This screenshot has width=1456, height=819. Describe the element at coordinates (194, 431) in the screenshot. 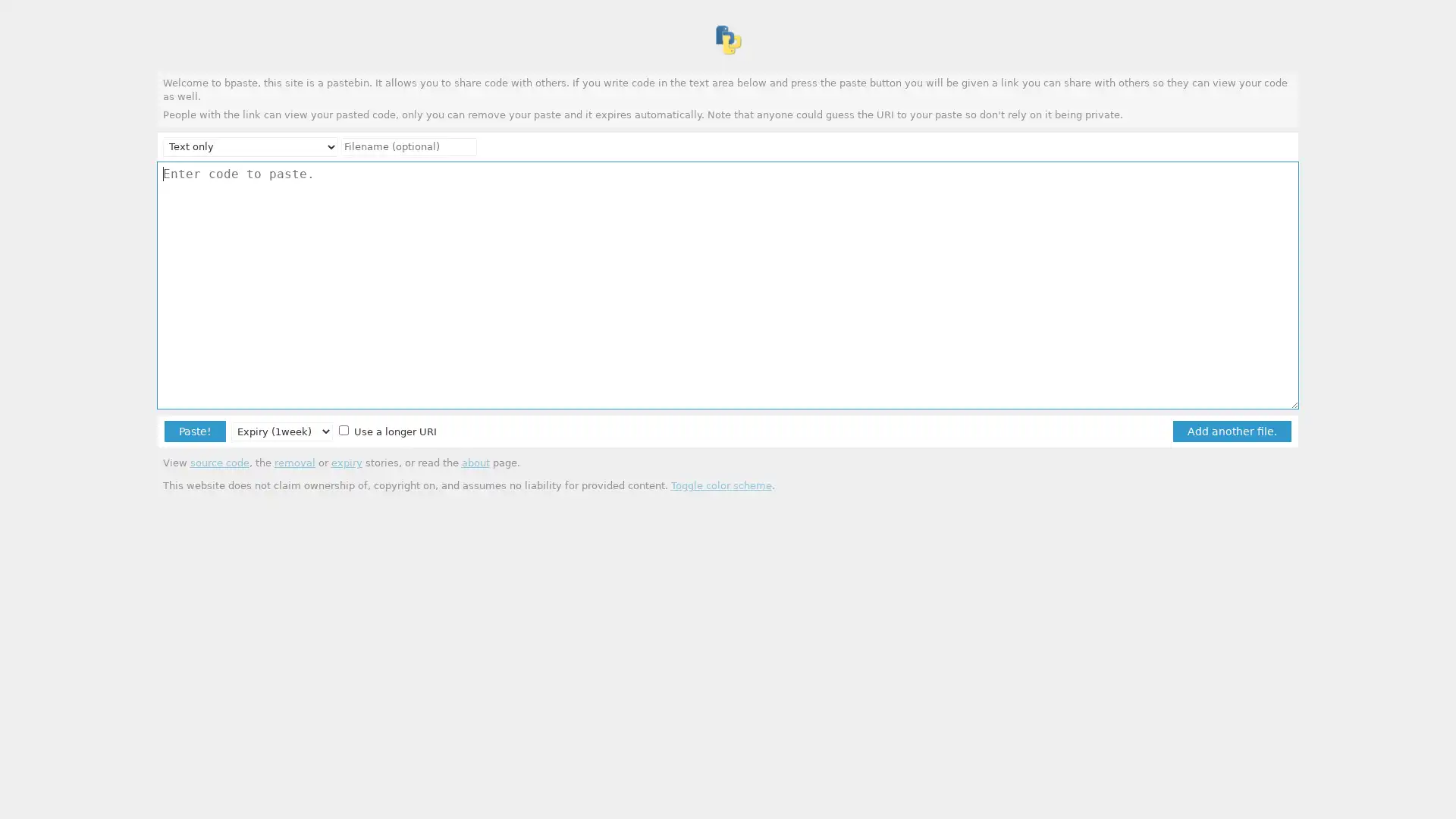

I see `Paste!` at that location.